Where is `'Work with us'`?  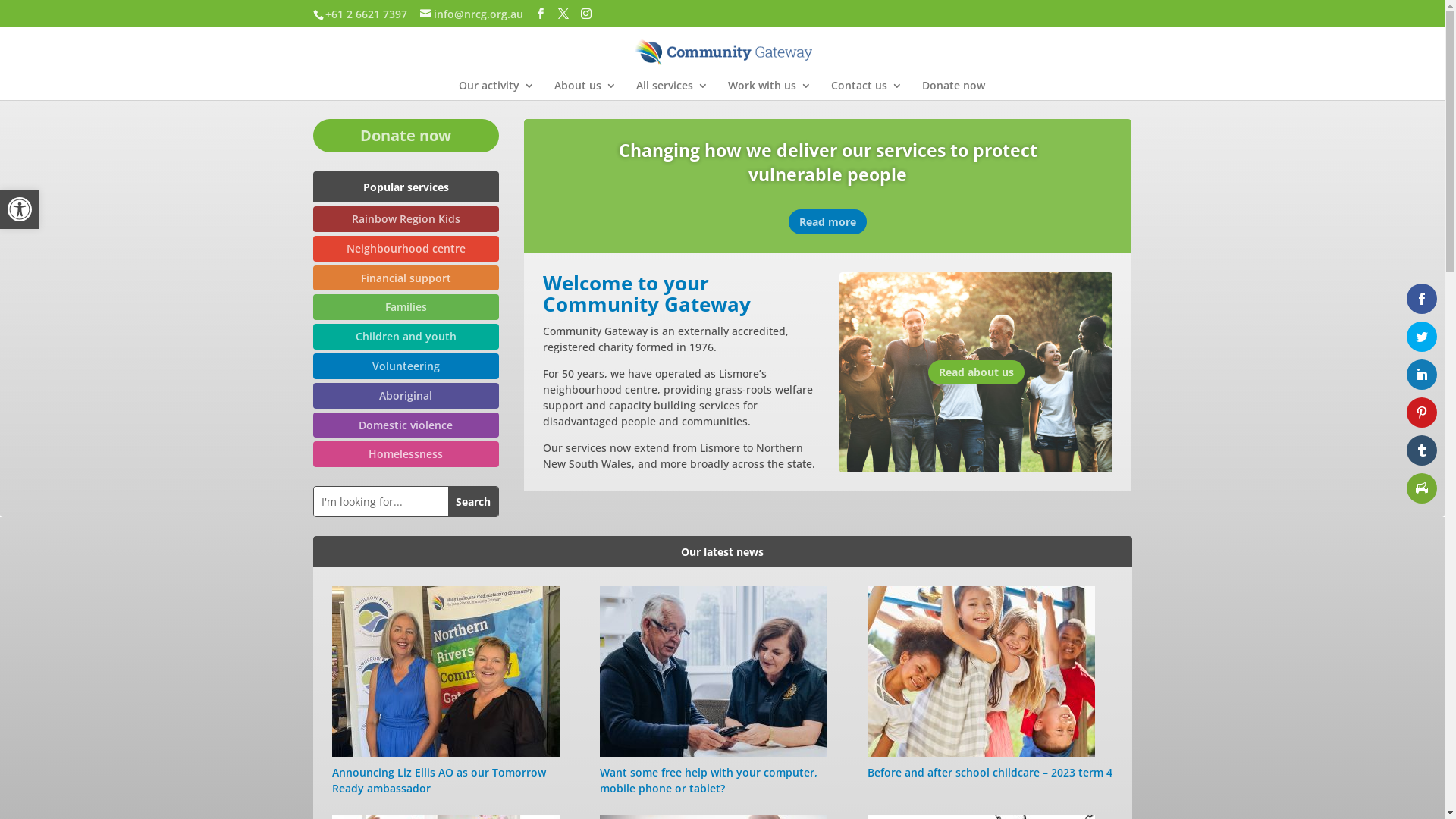
'Work with us' is located at coordinates (769, 90).